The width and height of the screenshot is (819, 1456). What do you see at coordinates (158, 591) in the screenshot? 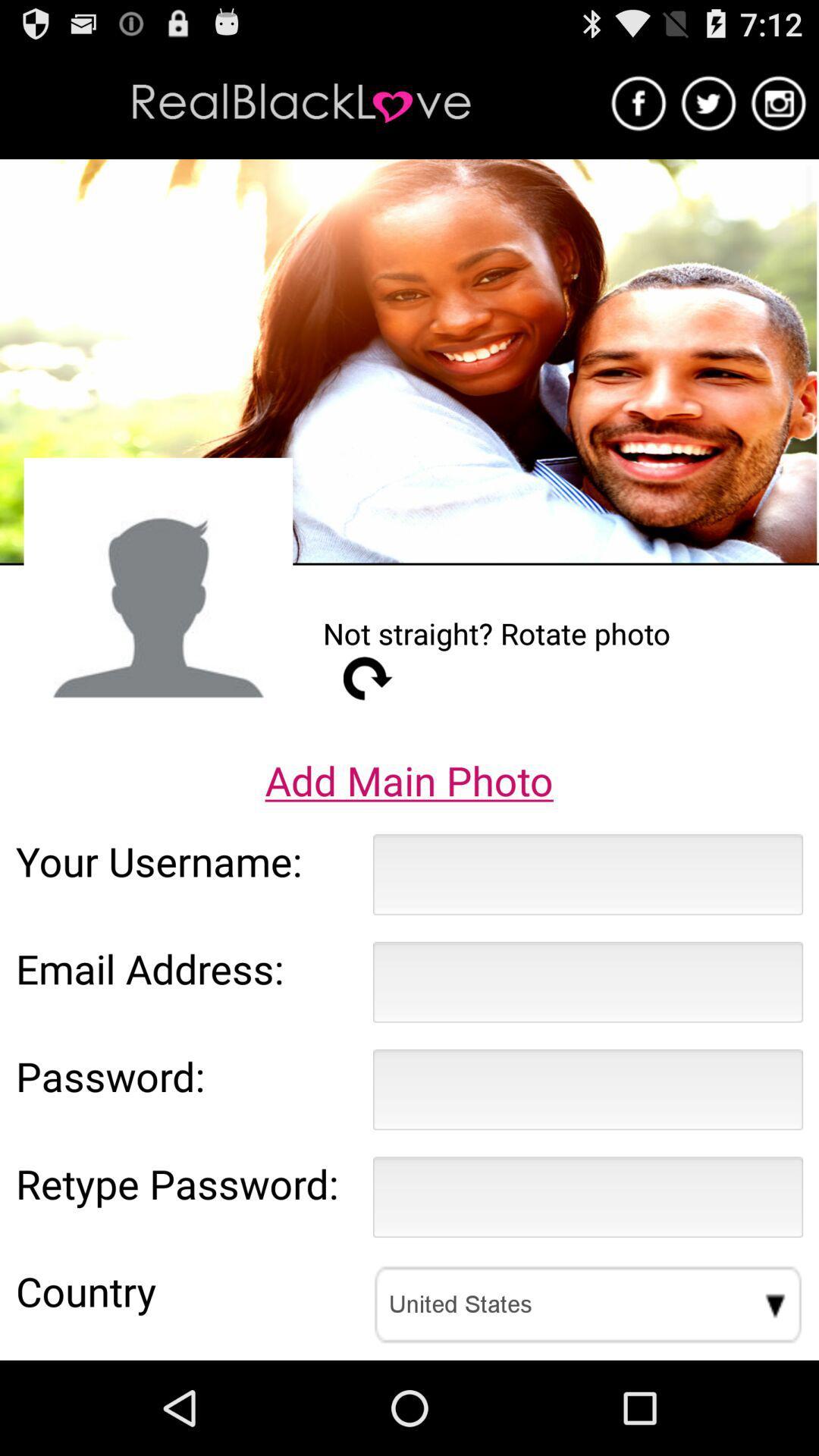
I see `item next to not straight rotate` at bounding box center [158, 591].